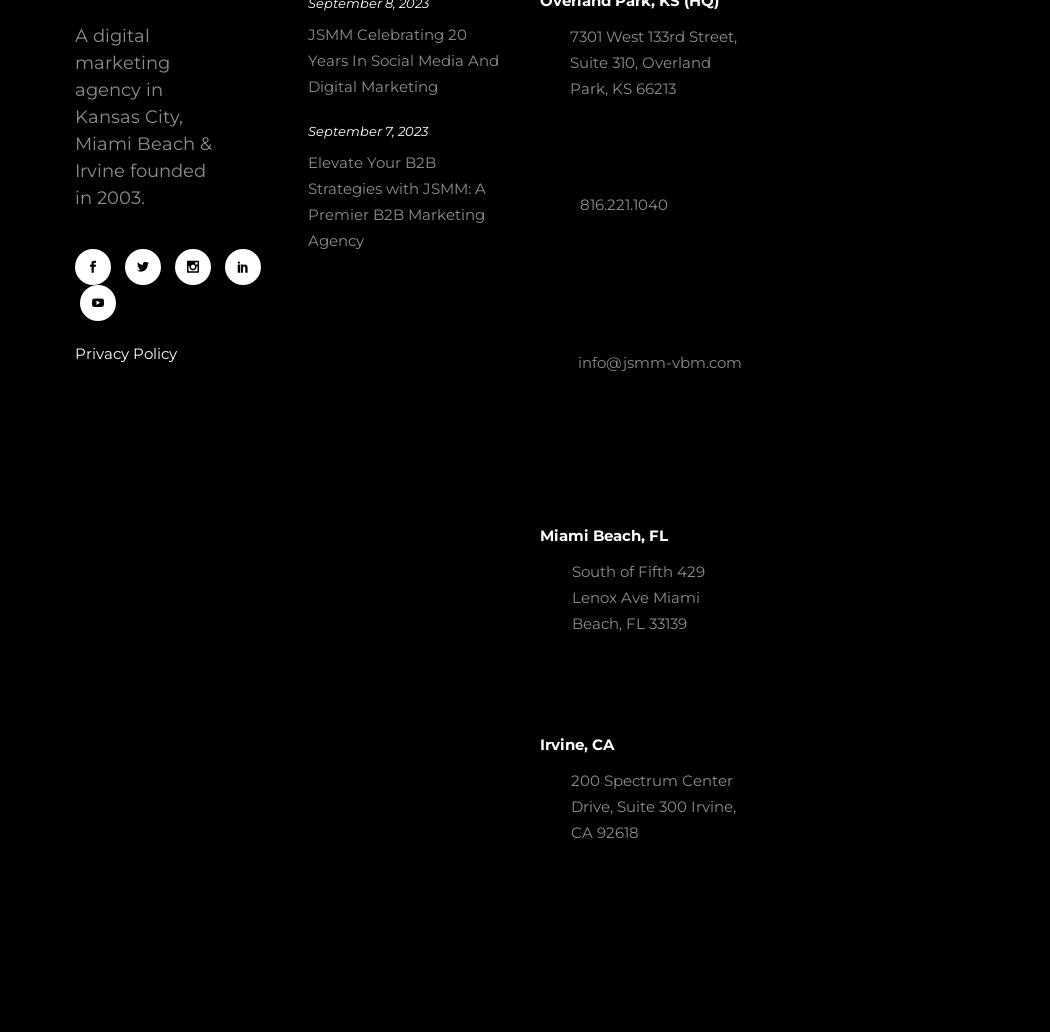 This screenshot has width=1050, height=1032. I want to click on 'Irvine, CA', so click(575, 743).